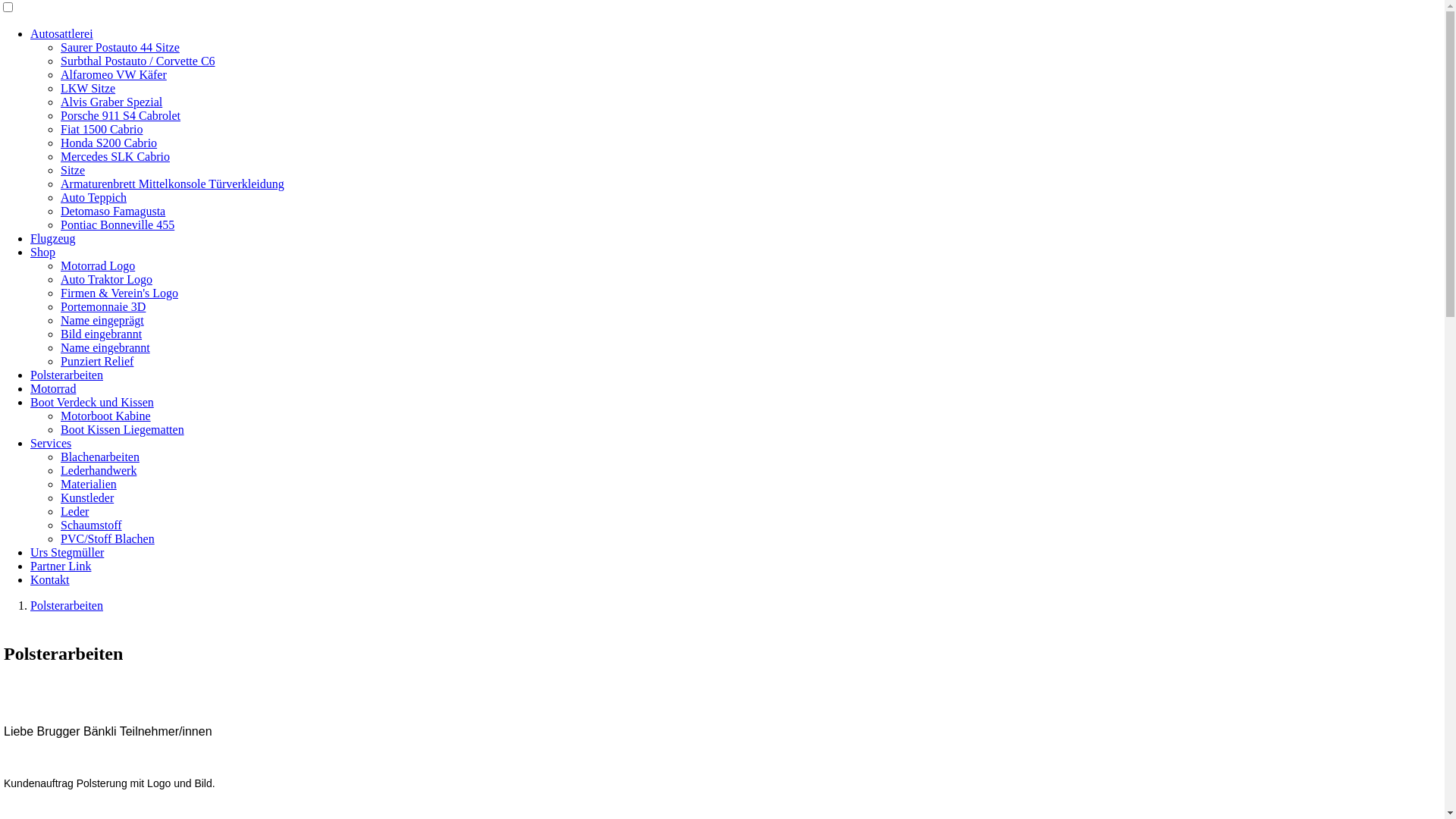  What do you see at coordinates (61, 102) in the screenshot?
I see `'Alvis Graber Spezial'` at bounding box center [61, 102].